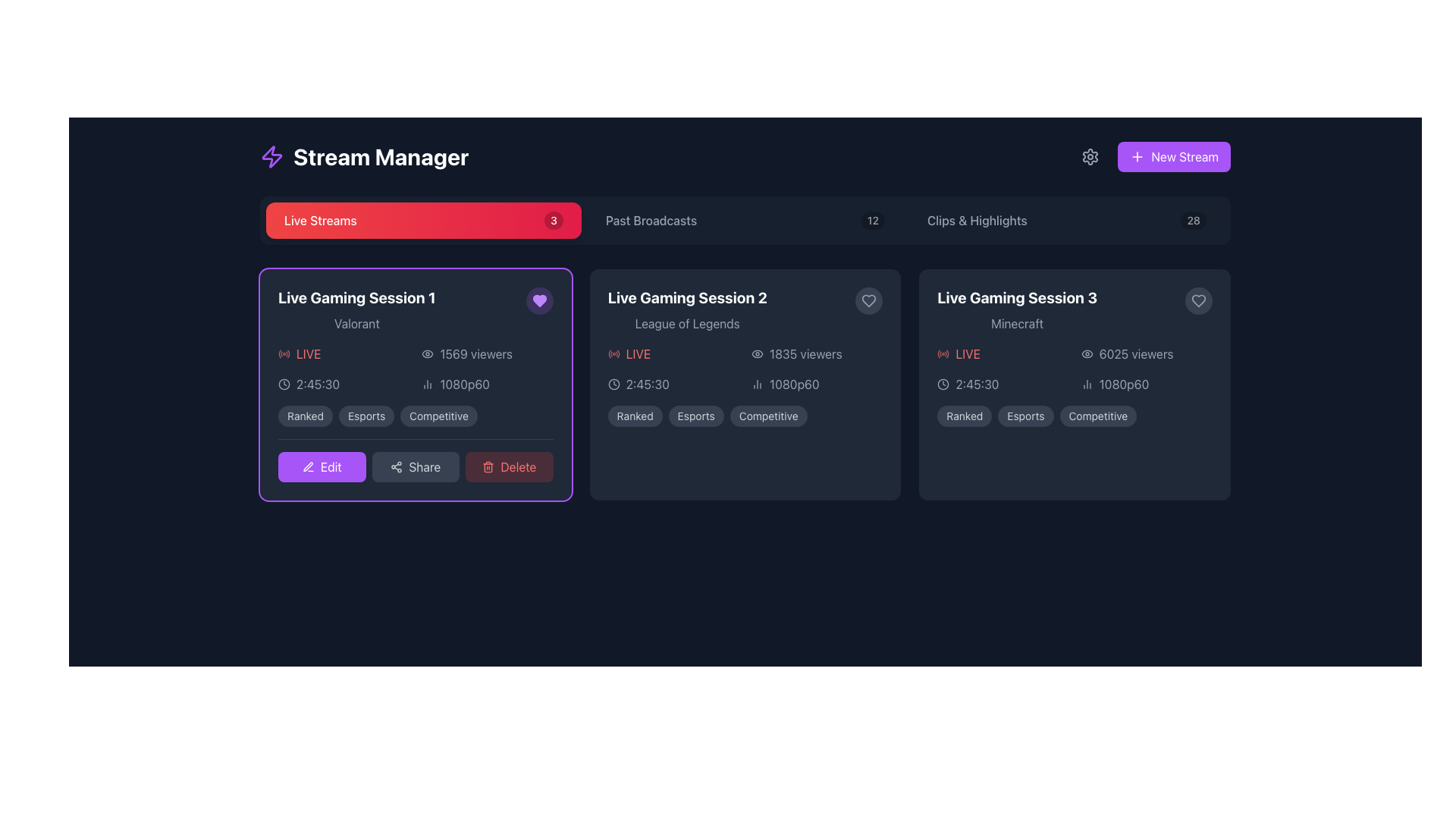 This screenshot has width=1456, height=819. I want to click on text label 'Esports', which is the second badge in the horizontal list of tags under 'Live Gaming Session 1', so click(366, 416).